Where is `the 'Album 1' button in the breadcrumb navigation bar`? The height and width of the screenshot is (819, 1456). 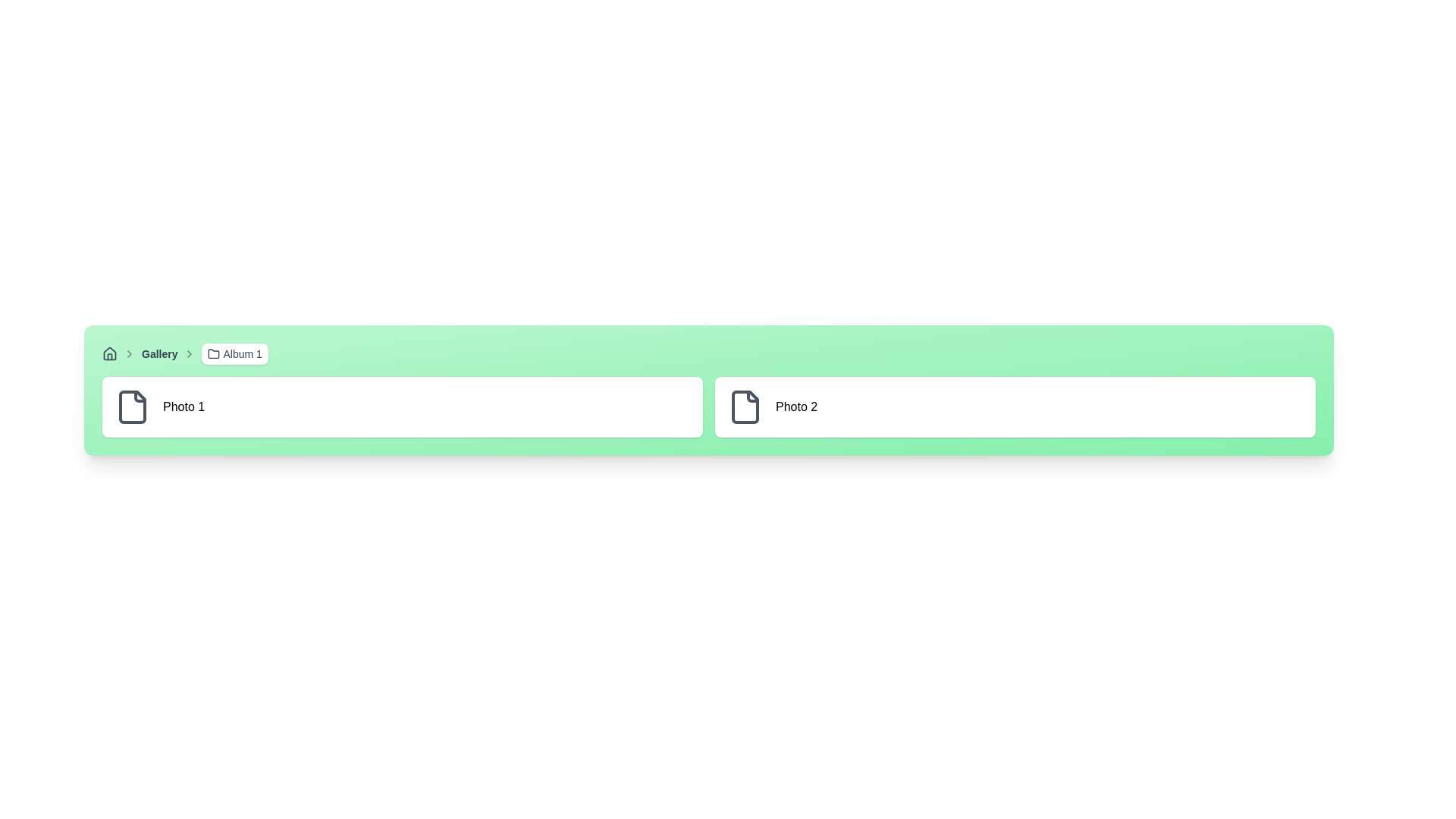
the 'Album 1' button in the breadcrumb navigation bar is located at coordinates (234, 353).